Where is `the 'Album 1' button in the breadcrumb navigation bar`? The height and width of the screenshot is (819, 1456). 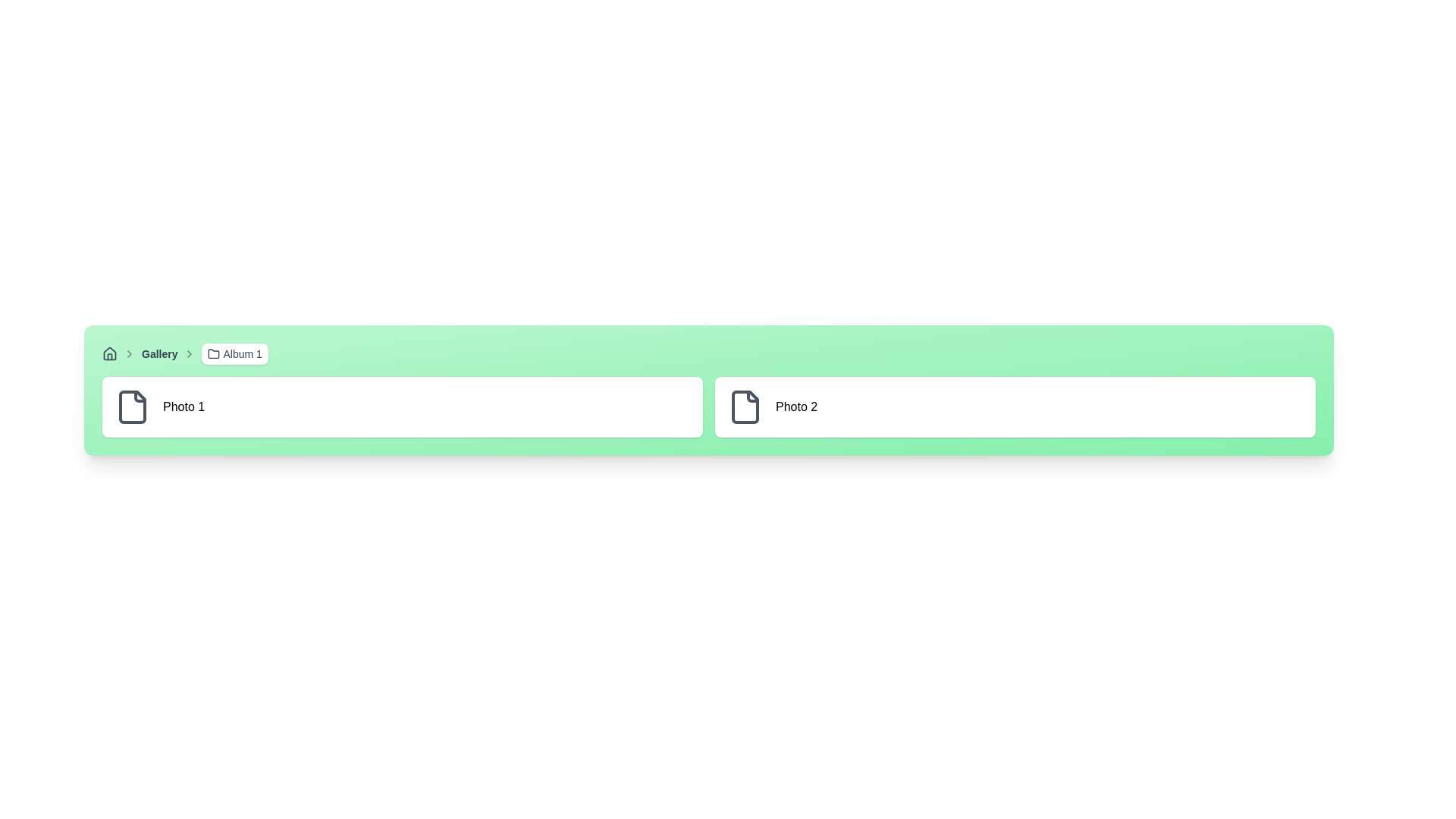
the 'Album 1' button in the breadcrumb navigation bar is located at coordinates (234, 353).